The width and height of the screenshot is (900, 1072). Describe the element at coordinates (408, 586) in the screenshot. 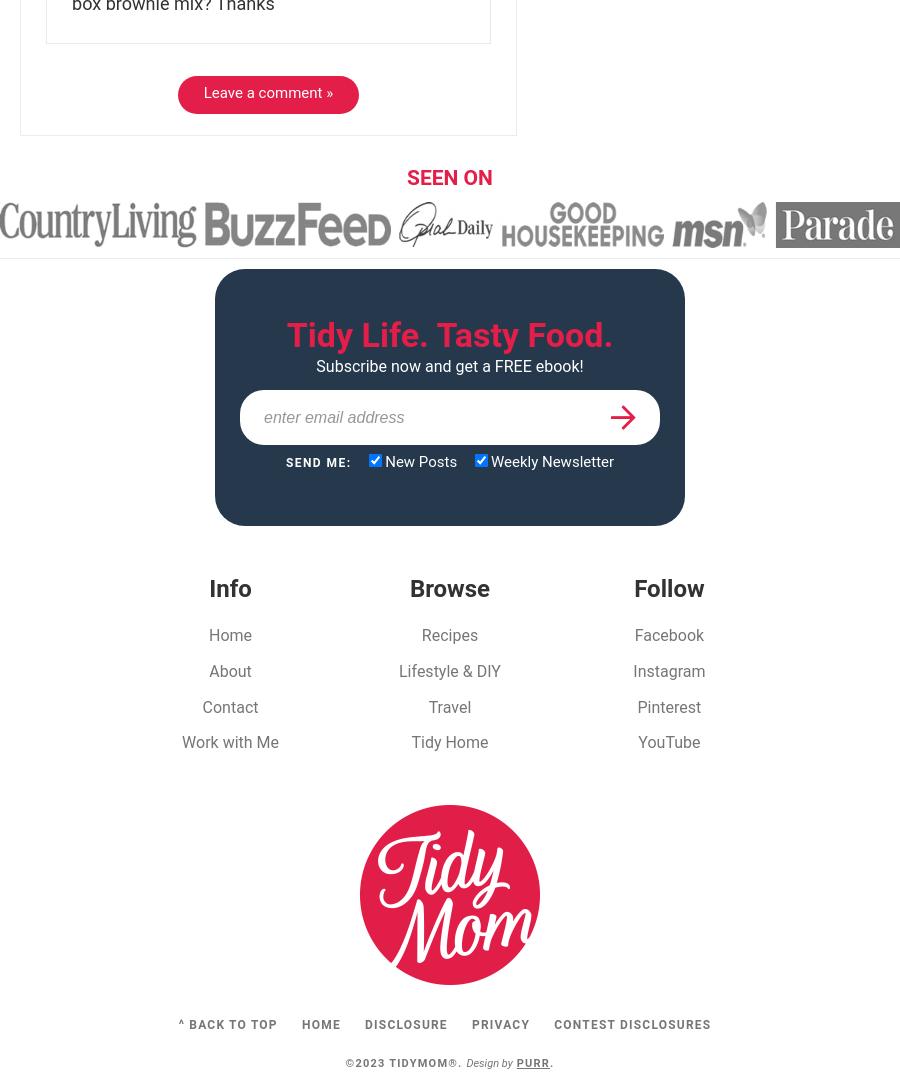

I see `'Browse'` at that location.